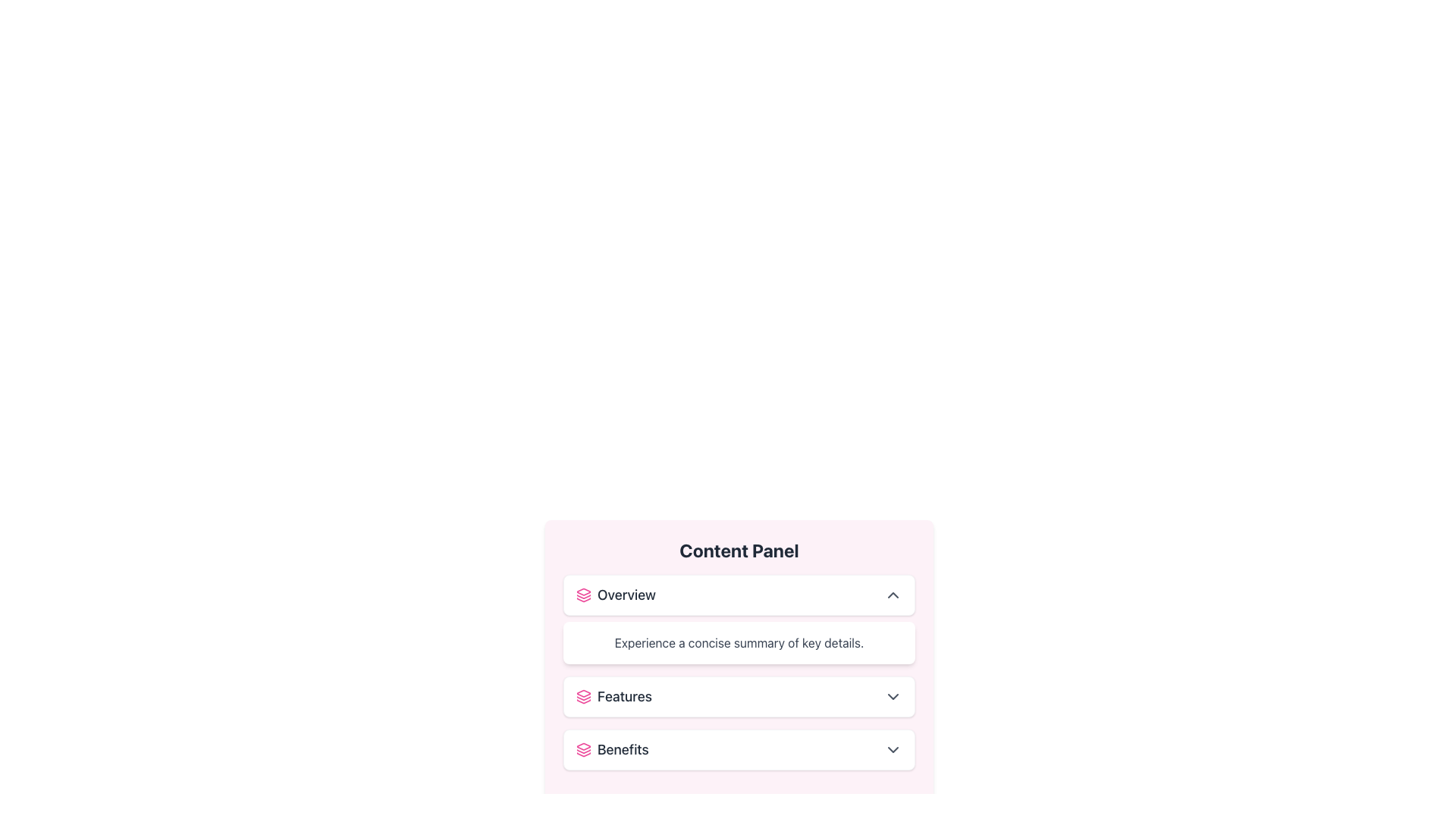 This screenshot has width=1456, height=819. What do you see at coordinates (893, 748) in the screenshot?
I see `the downward-pointing gray chevron icon located at the far right of the 'Benefits' section` at bounding box center [893, 748].